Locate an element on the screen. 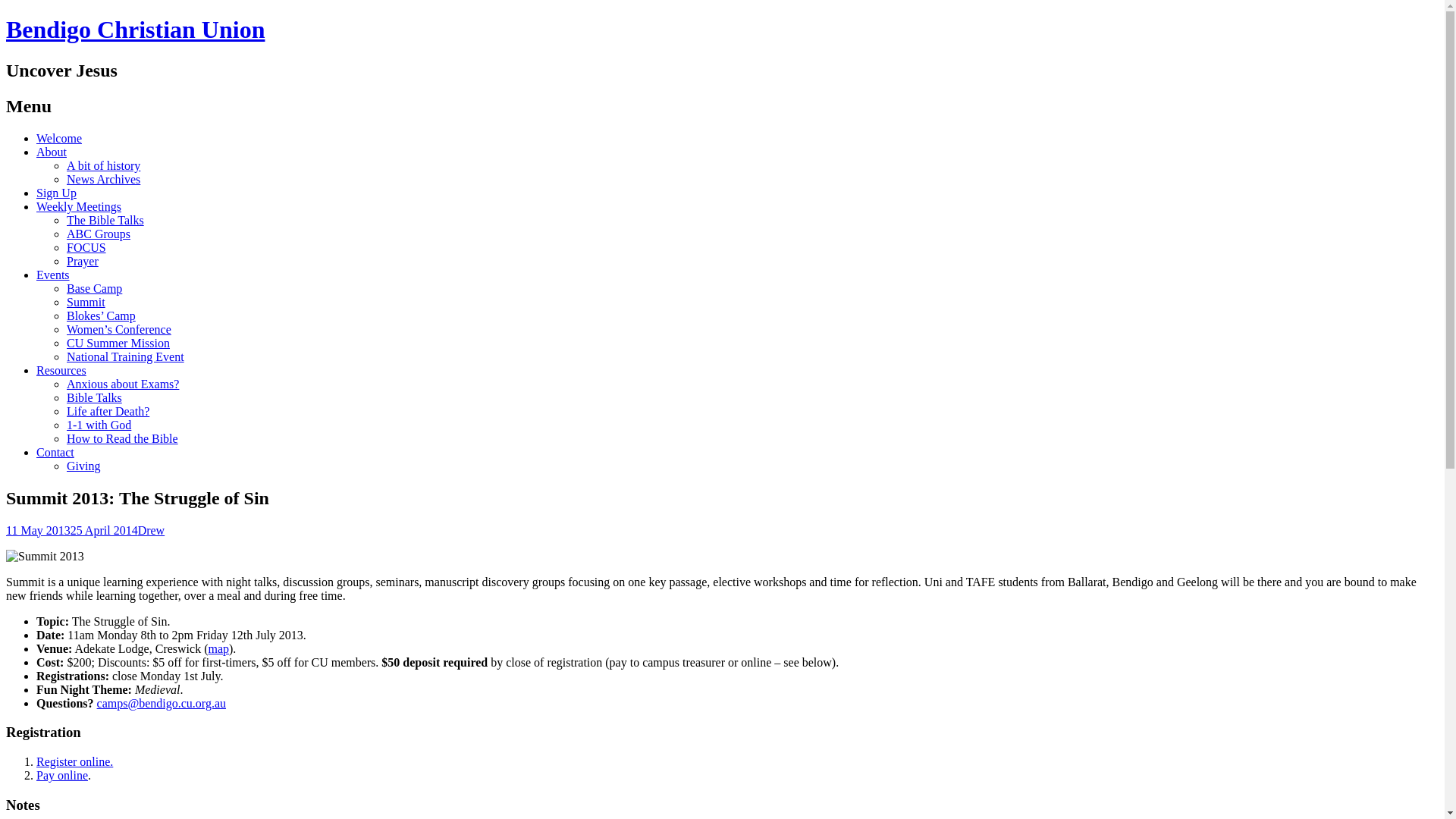  'Bible Talks' is located at coordinates (93, 397).